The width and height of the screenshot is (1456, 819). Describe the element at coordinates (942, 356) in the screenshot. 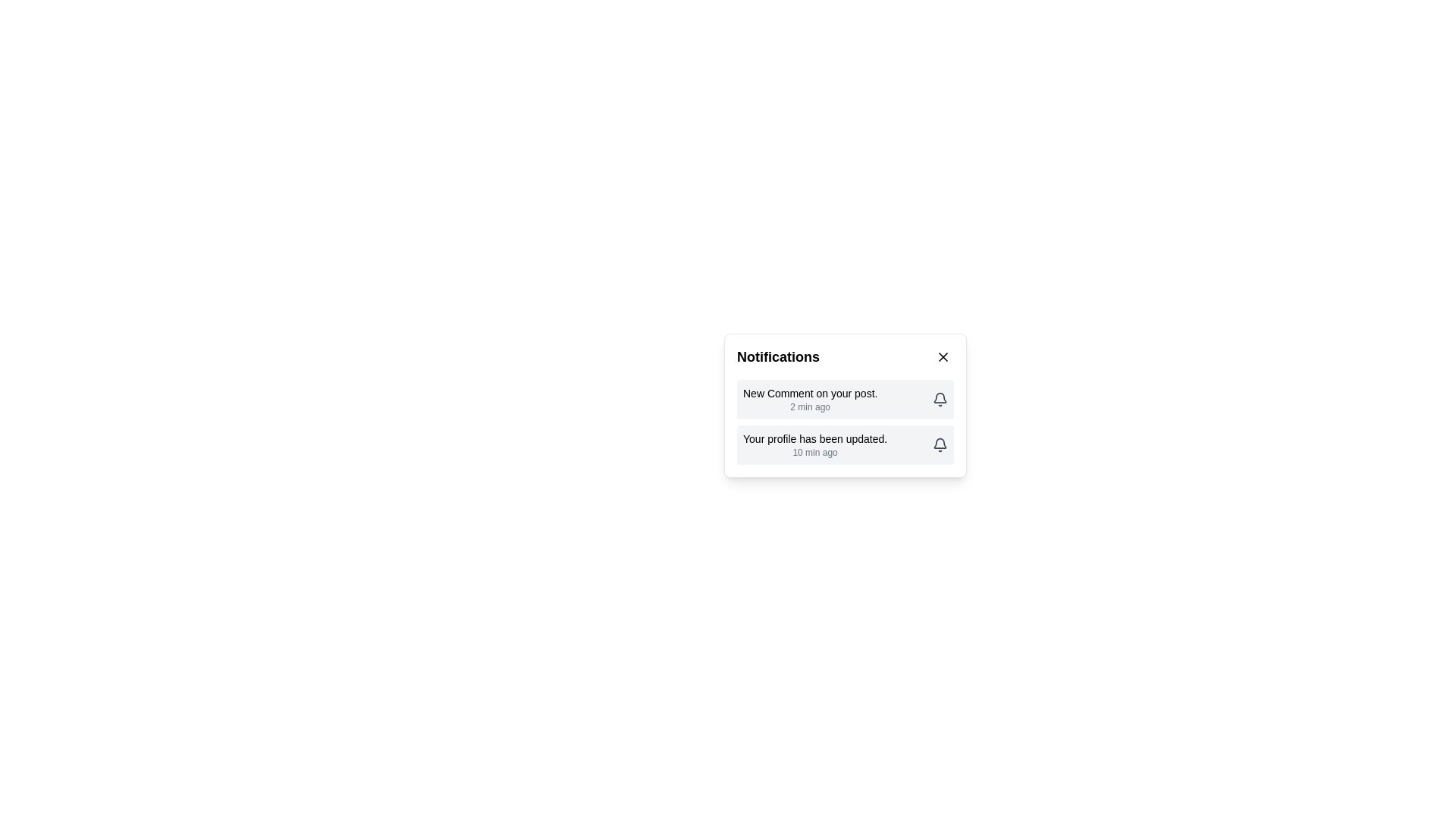

I see `the close button styled as an 'X' icon located in the top-right corner of the 'Notifications' section` at that location.